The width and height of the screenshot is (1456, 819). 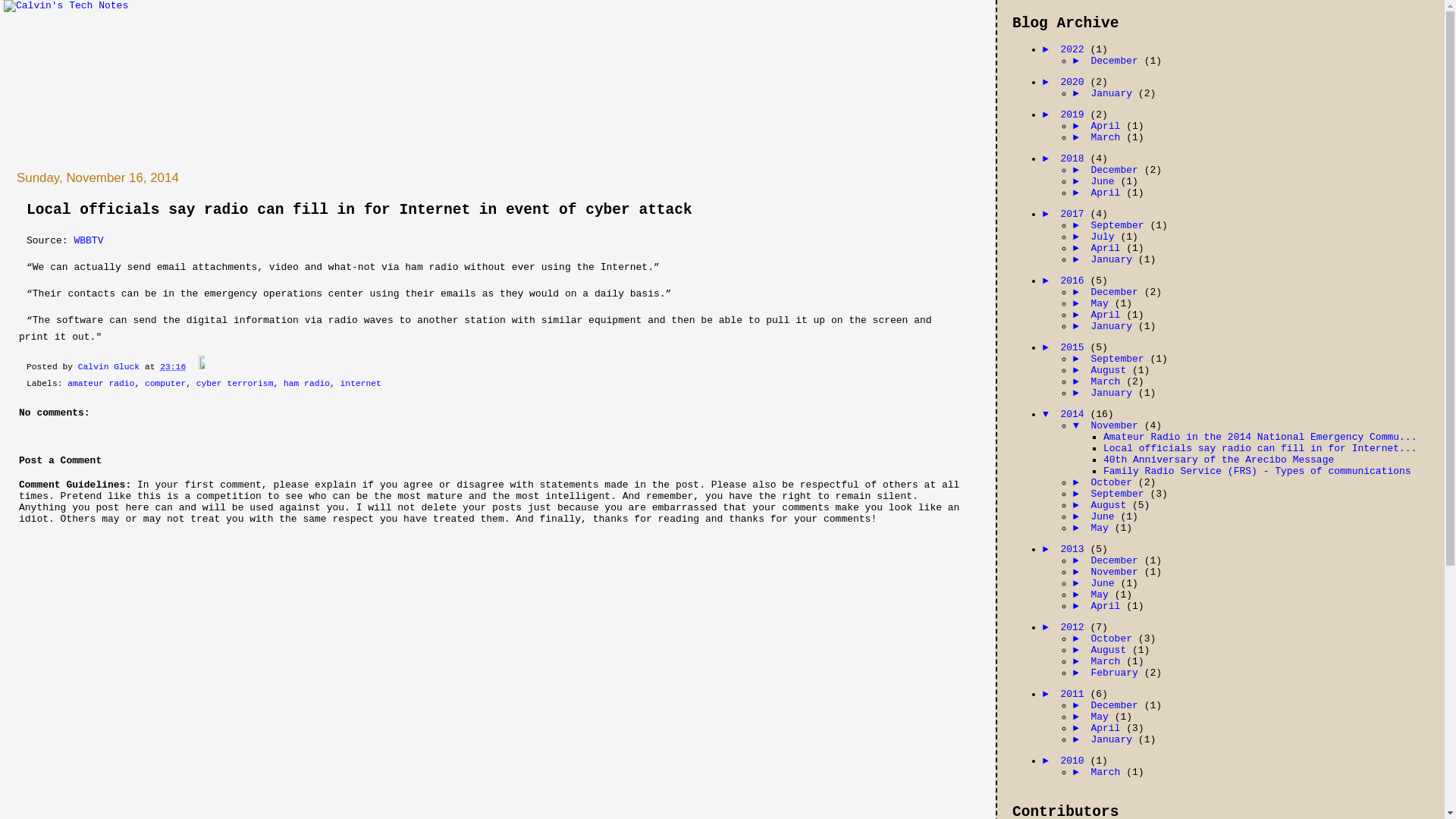 I want to click on 'November', so click(x=1090, y=425).